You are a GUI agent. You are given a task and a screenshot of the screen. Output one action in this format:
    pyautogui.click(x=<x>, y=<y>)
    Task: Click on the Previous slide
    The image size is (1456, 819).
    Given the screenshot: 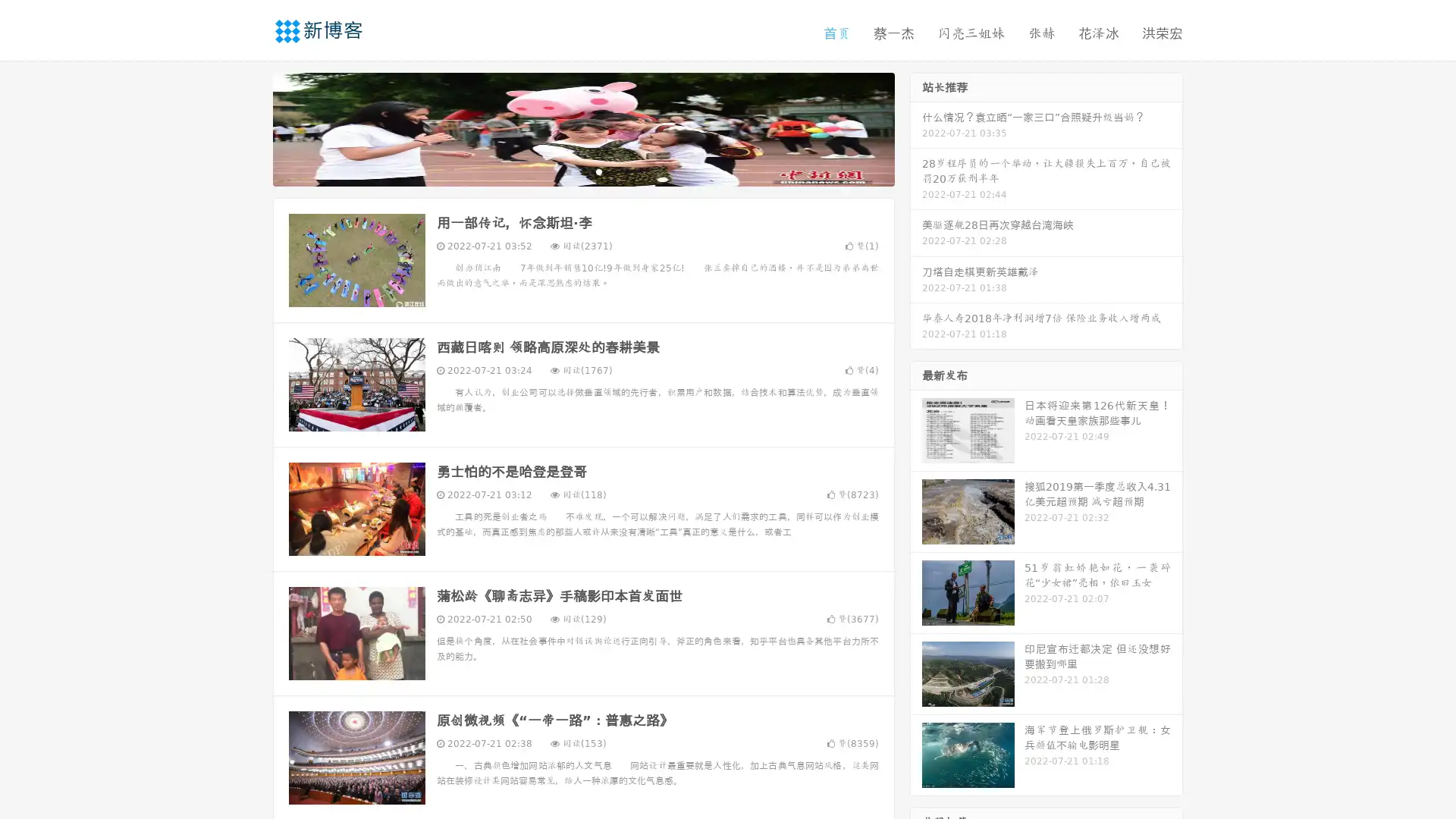 What is the action you would take?
    pyautogui.click(x=250, y=127)
    